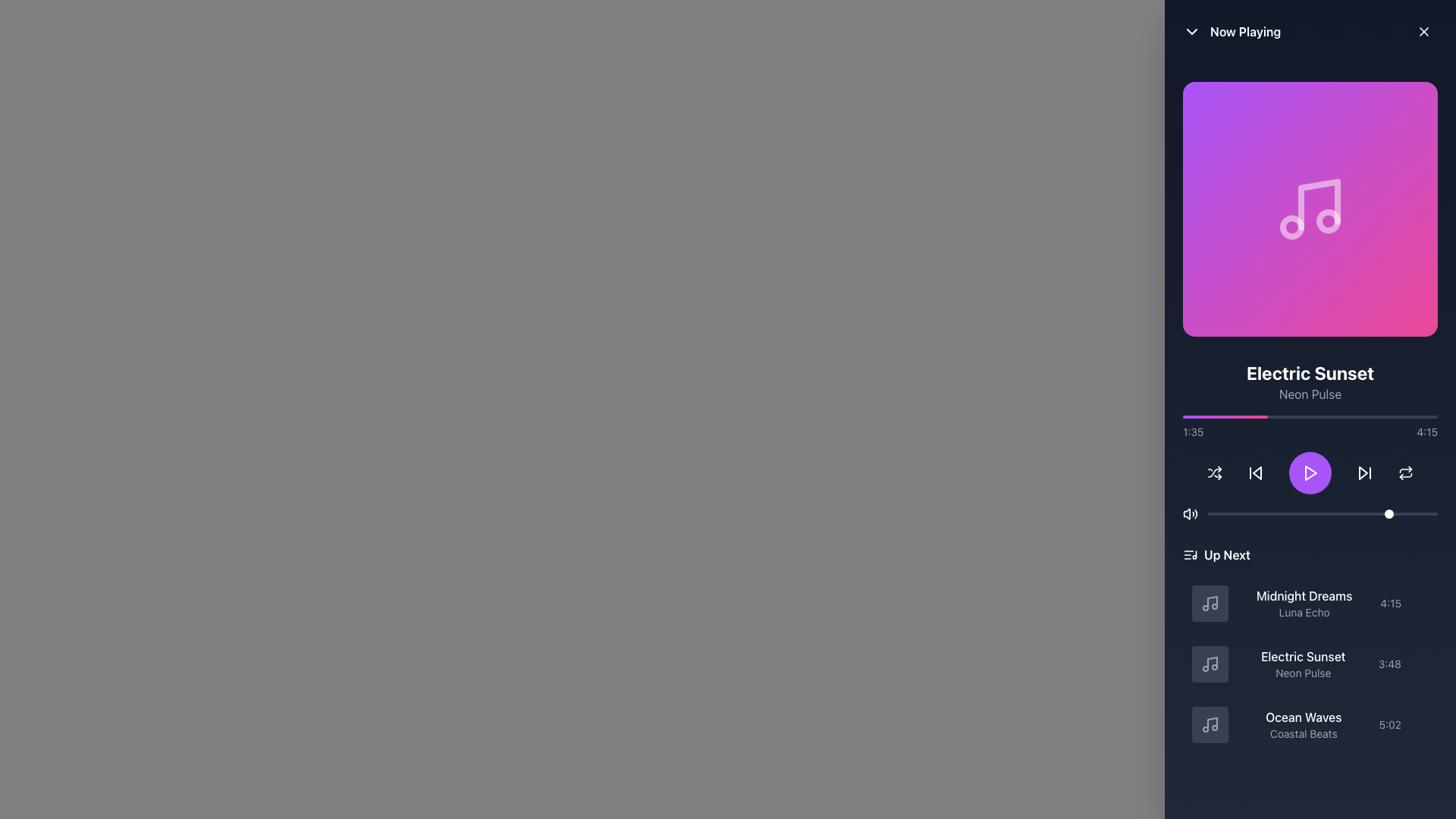 The height and width of the screenshot is (819, 1456). Describe the element at coordinates (1210, 602) in the screenshot. I see `the musical note icon` at that location.